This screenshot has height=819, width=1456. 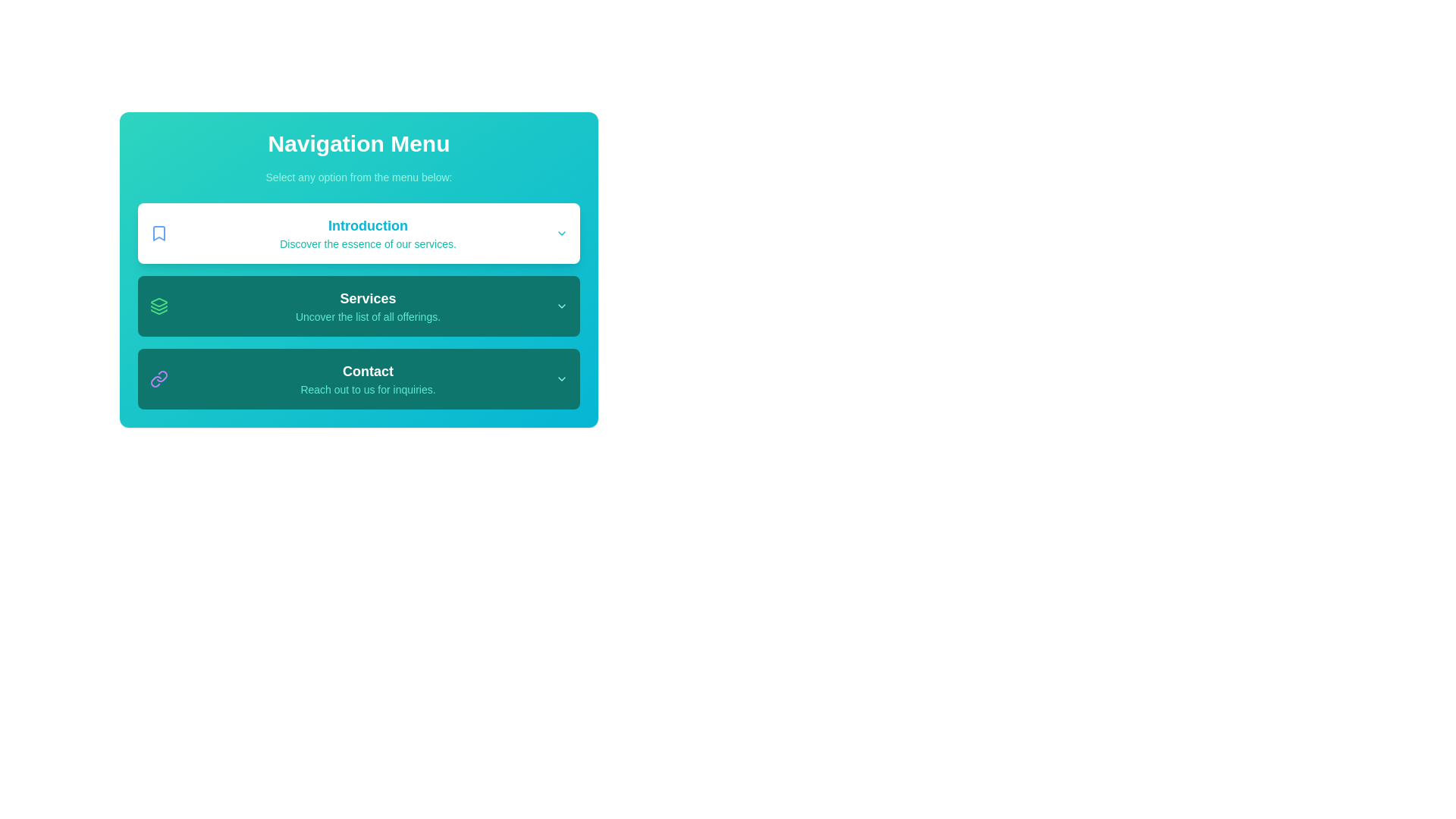 What do you see at coordinates (368, 243) in the screenshot?
I see `the descriptive subtitle text element located below the 'Introduction' heading, which provides additional details or context` at bounding box center [368, 243].